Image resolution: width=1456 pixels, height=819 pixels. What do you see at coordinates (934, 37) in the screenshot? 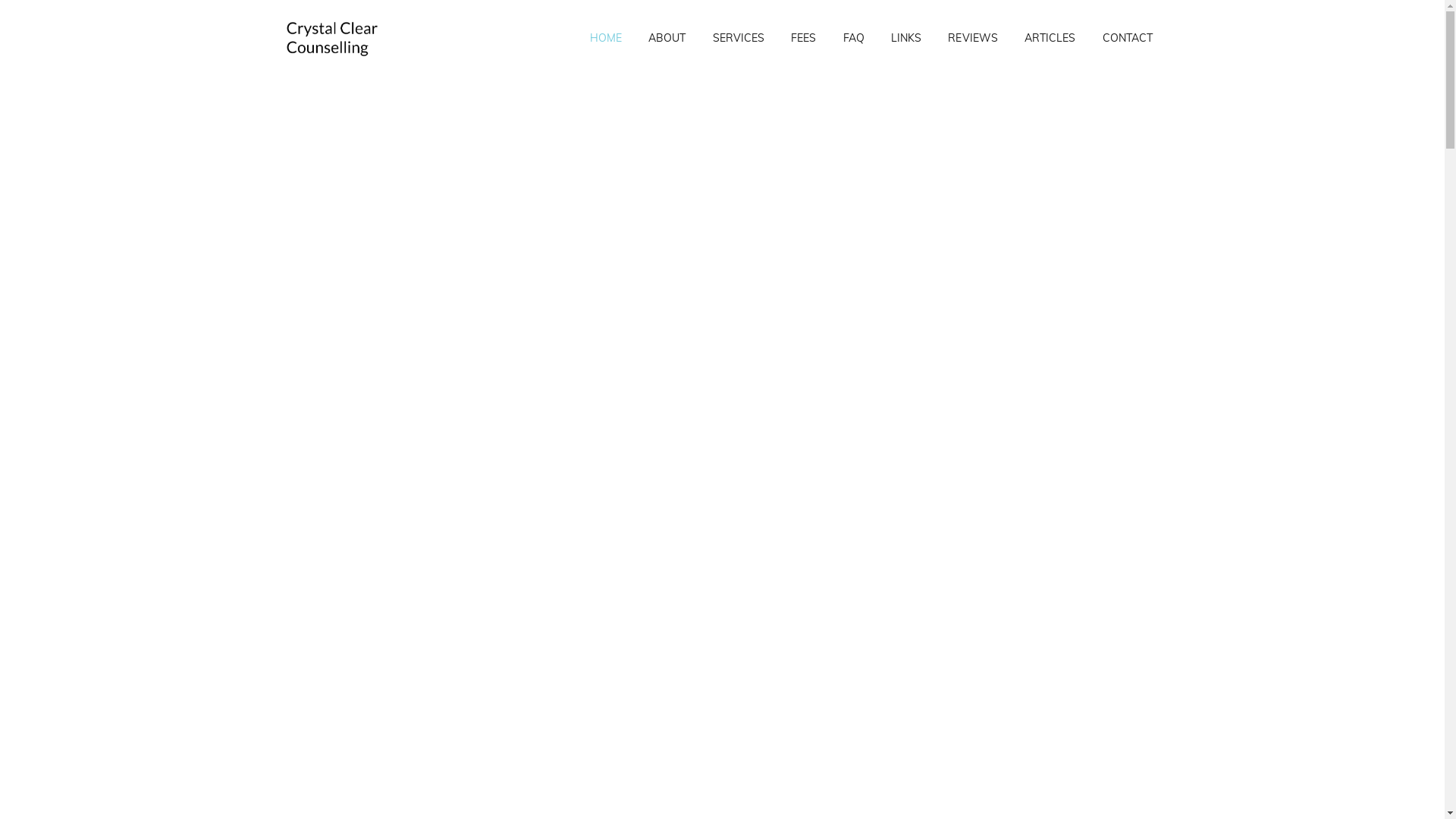
I see `'REVIEWS'` at bounding box center [934, 37].